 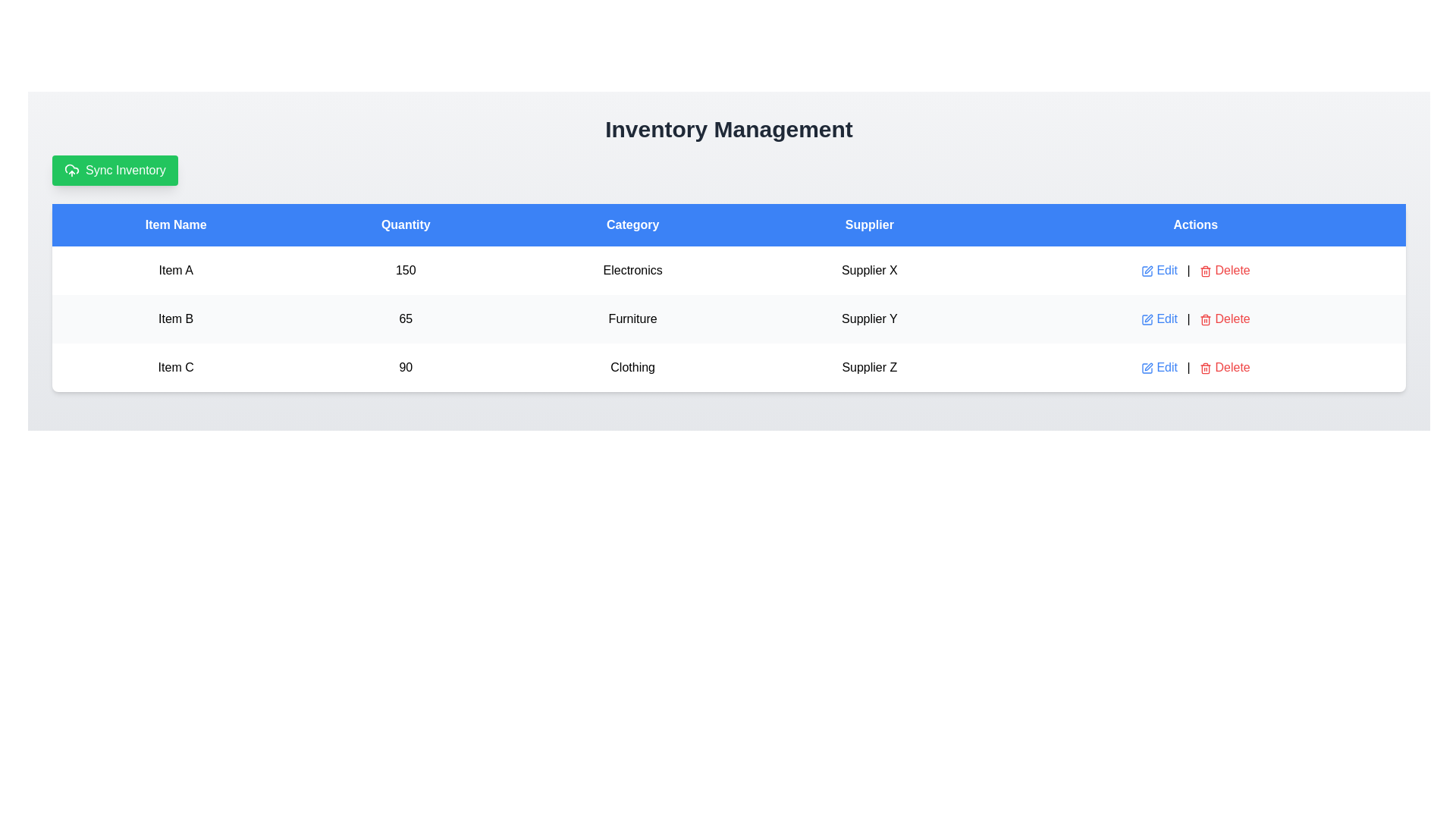 I want to click on the static text in the third column of the first data row that indicates the category of 'Item A', located between '150' and 'Supplier X', so click(x=632, y=270).